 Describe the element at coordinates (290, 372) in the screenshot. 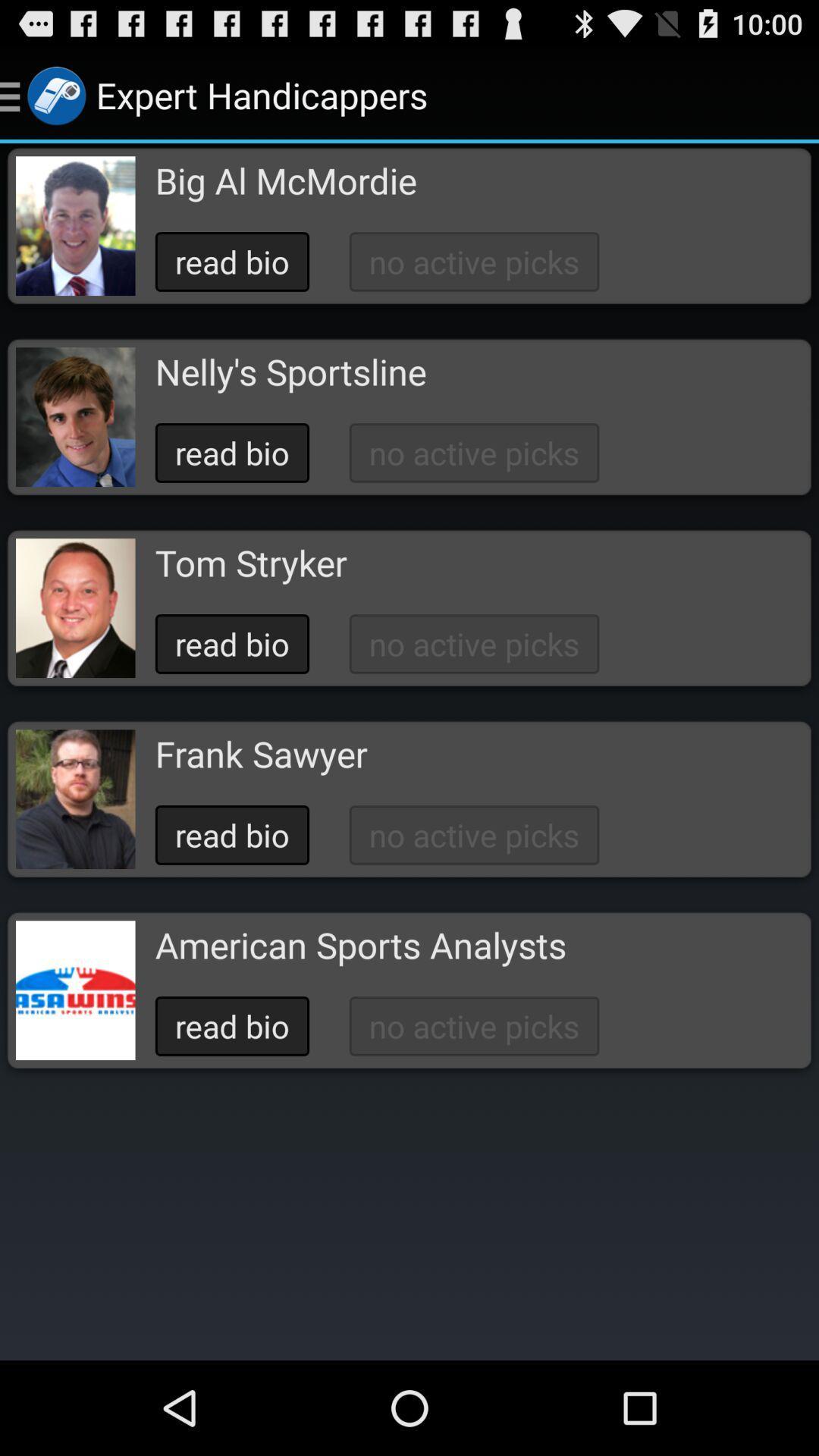

I see `item above the read bio icon` at that location.